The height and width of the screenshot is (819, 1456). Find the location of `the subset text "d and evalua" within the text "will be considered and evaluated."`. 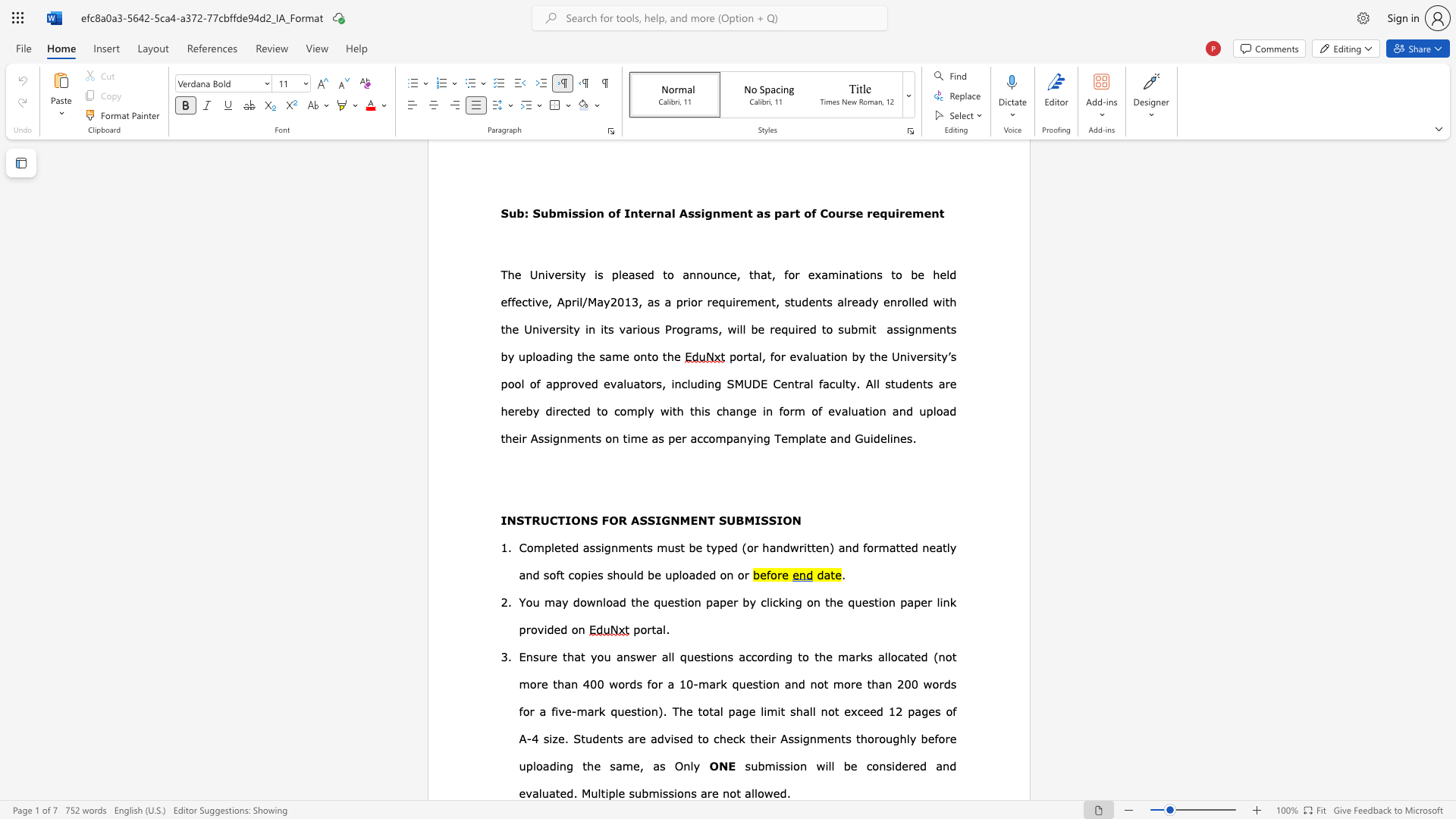

the subset text "d and evalua" within the text "will be considered and evaluated." is located at coordinates (919, 766).